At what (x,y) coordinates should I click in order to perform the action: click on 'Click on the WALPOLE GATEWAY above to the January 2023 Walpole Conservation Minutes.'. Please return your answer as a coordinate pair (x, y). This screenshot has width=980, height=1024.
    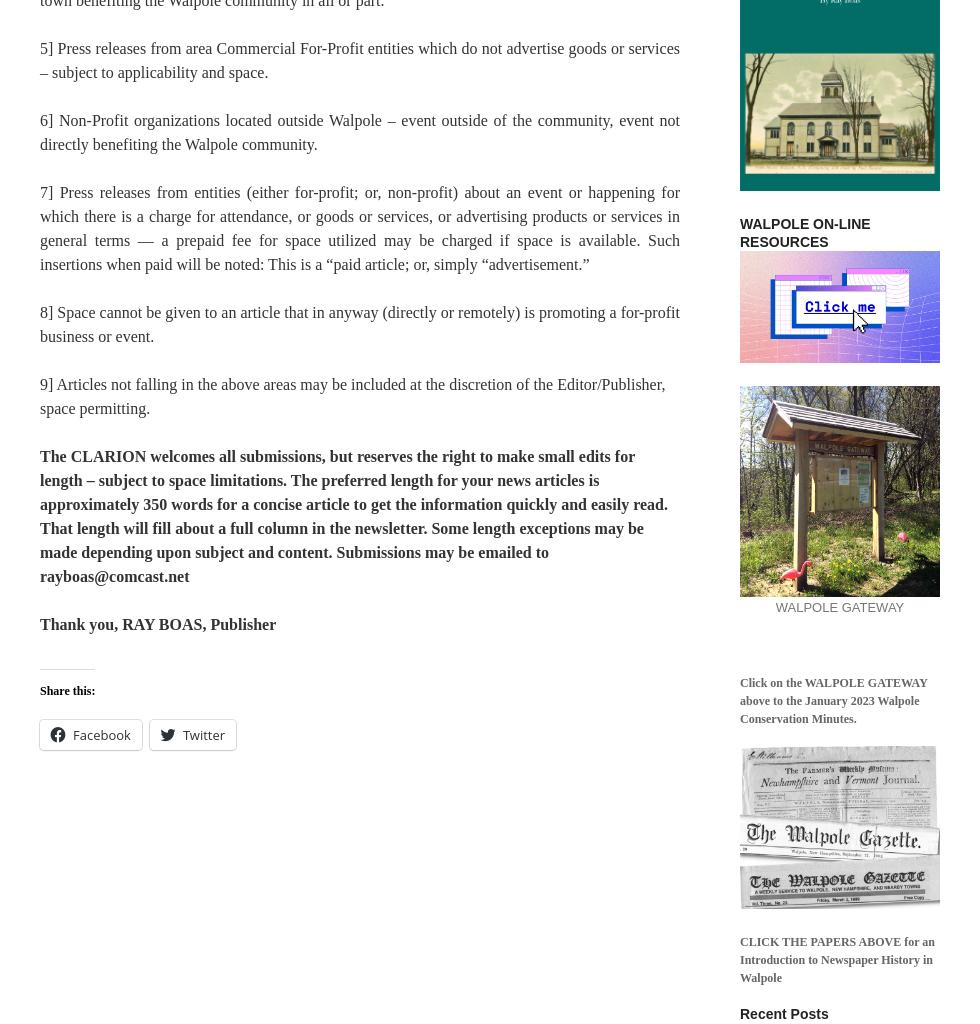
    Looking at the image, I should click on (833, 701).